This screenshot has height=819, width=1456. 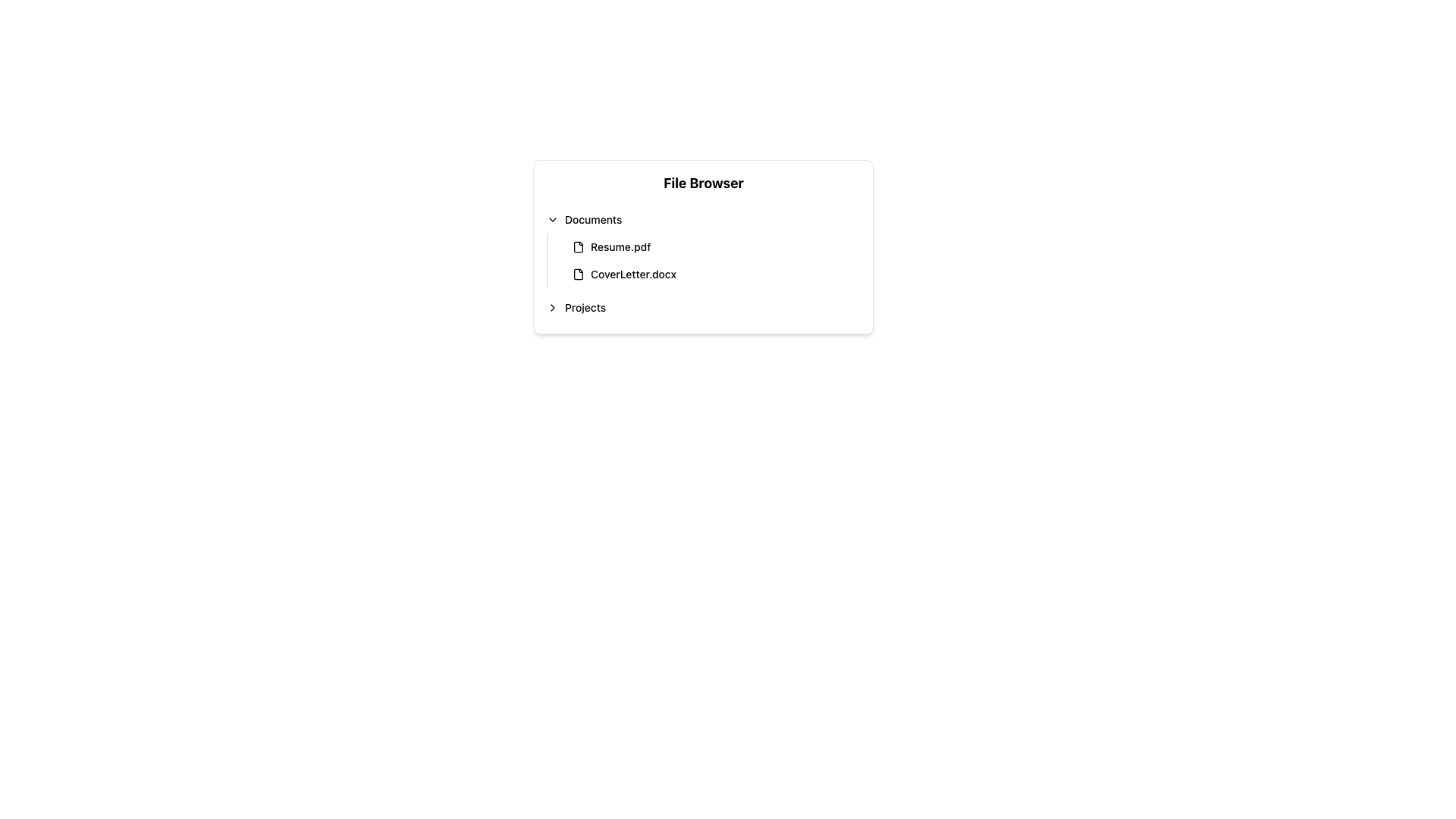 What do you see at coordinates (552, 307) in the screenshot?
I see `the icon to the left of the 'Projects' text` at bounding box center [552, 307].